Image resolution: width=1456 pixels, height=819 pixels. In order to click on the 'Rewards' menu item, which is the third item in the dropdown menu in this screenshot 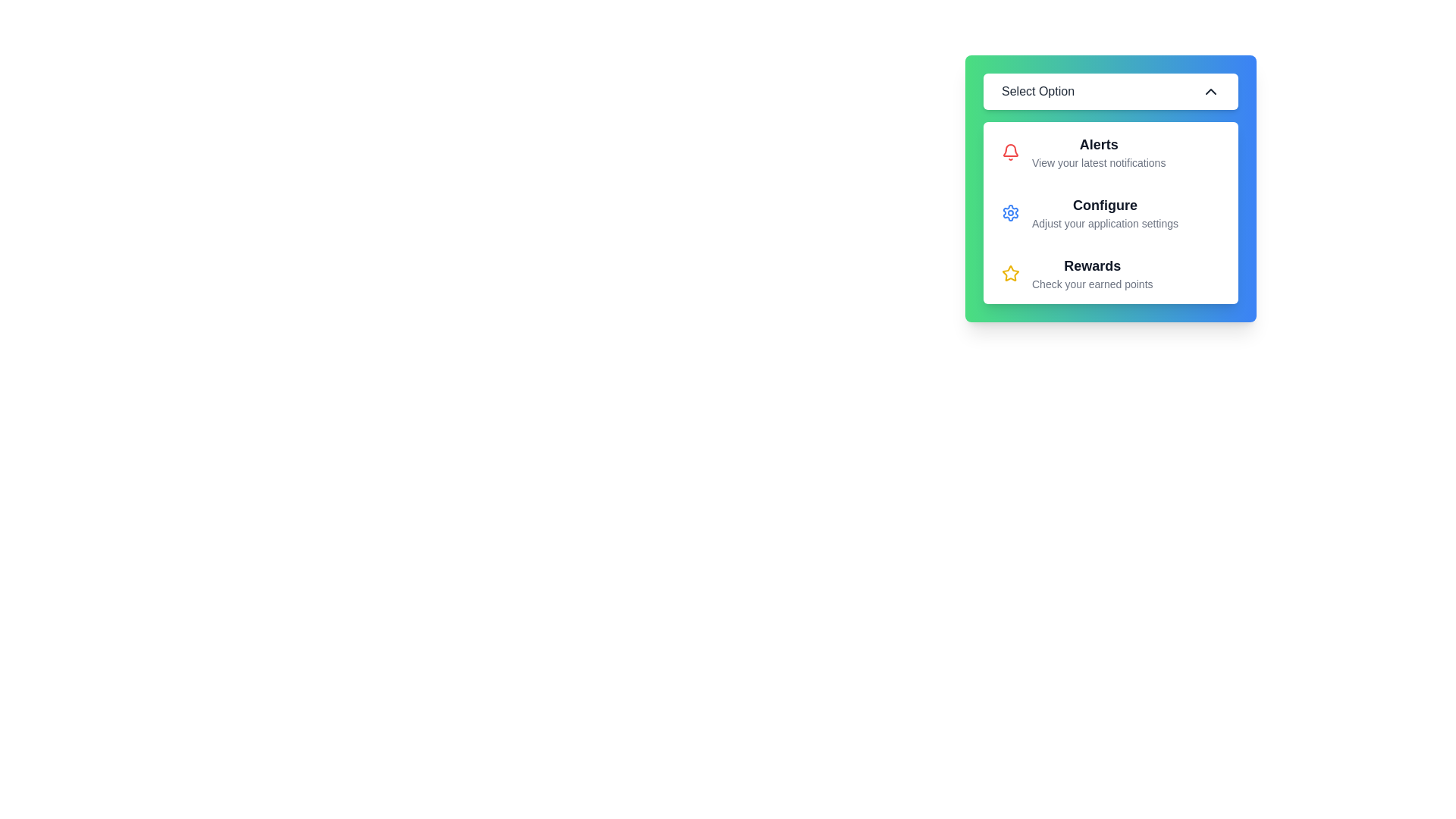, I will do `click(1110, 274)`.